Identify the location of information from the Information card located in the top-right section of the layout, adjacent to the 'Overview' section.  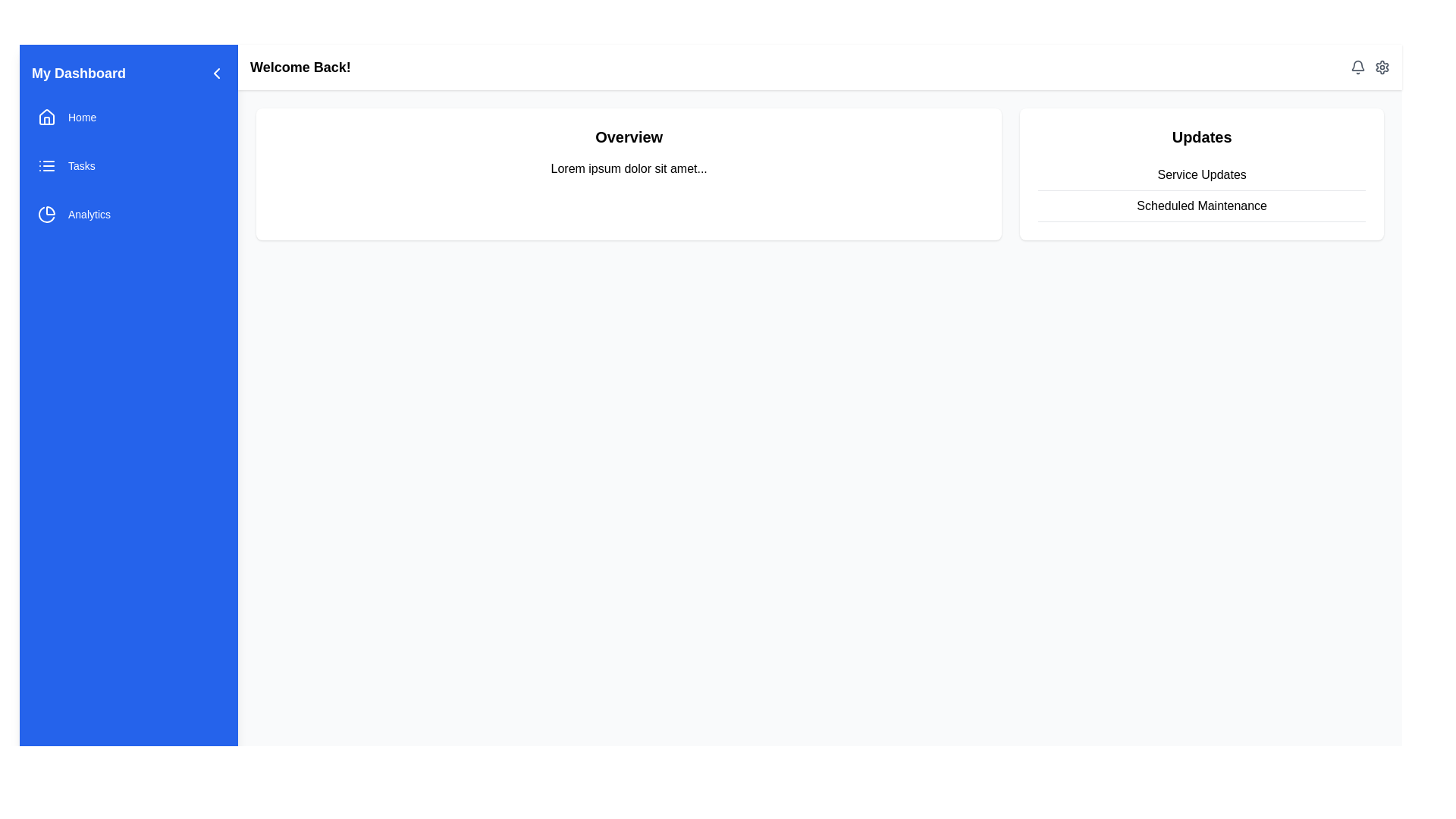
(1201, 174).